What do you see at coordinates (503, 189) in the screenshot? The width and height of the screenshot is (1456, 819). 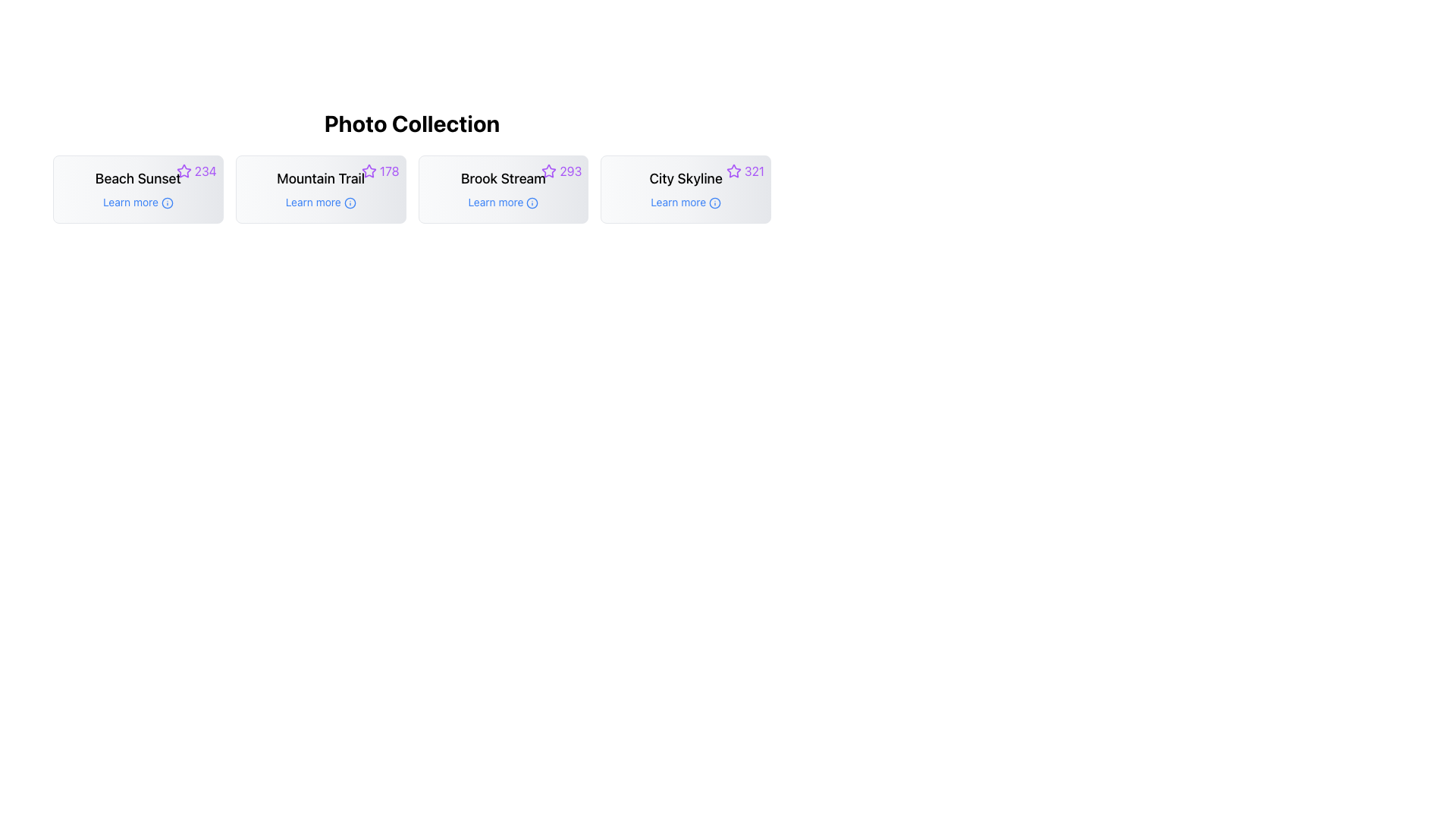 I see `the 'Learn more' link on the 'Brook Stream' card, which is the third card in the 'Photo Collection' section` at bounding box center [503, 189].